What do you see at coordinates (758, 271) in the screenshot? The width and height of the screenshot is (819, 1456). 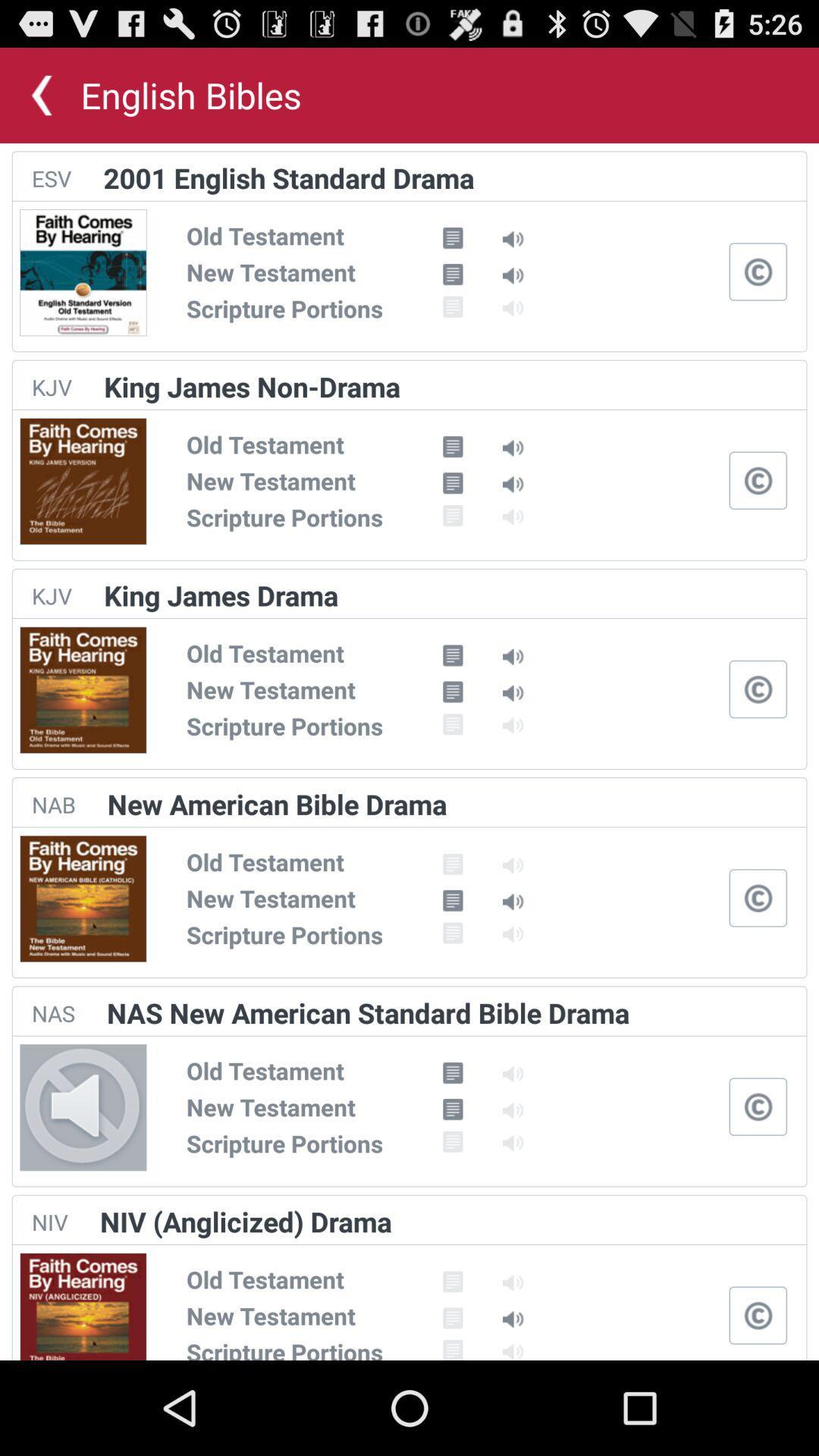 I see `closed captioning` at bounding box center [758, 271].